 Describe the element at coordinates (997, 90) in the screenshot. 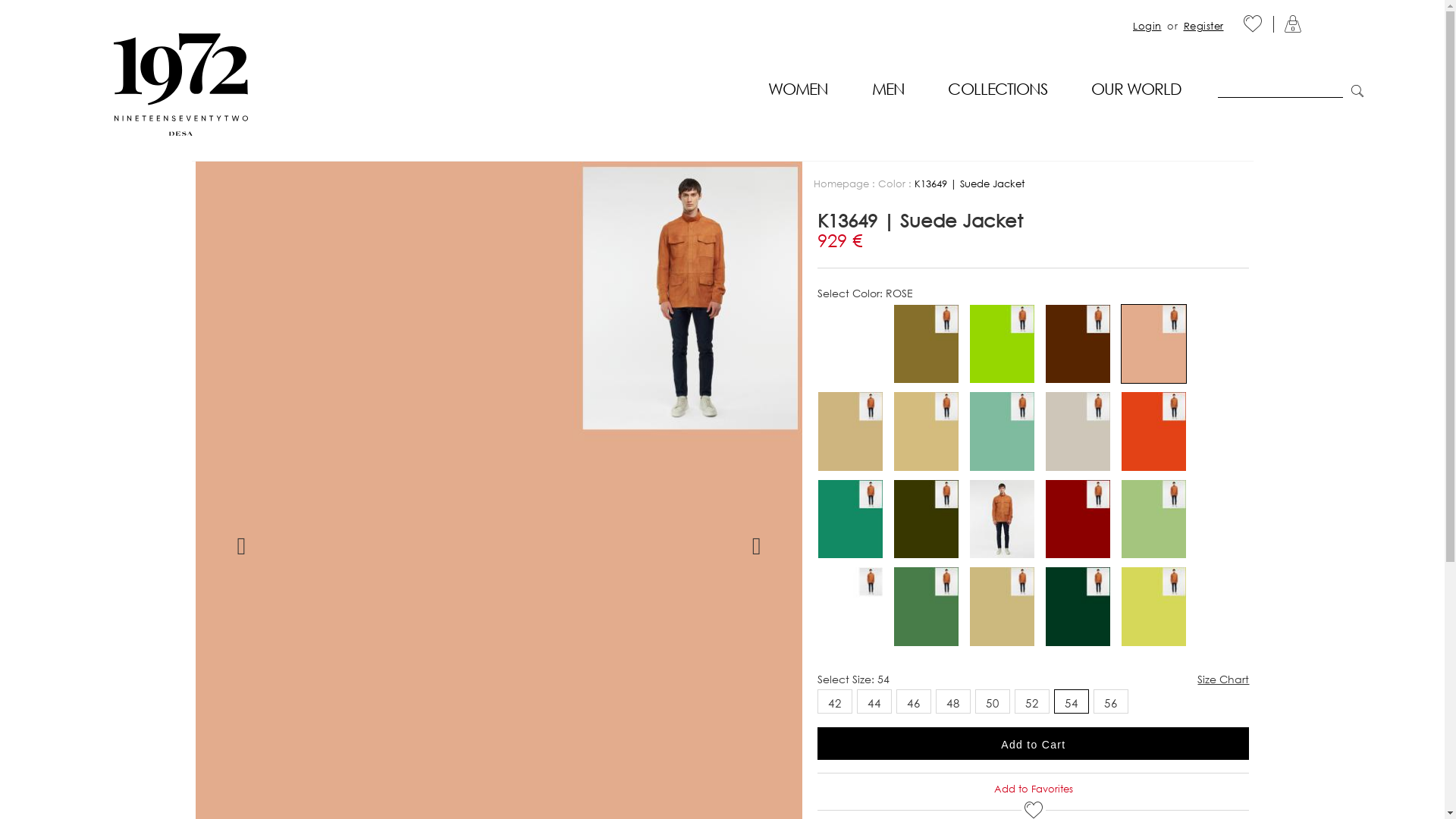

I see `'COLLECTIONS'` at that location.